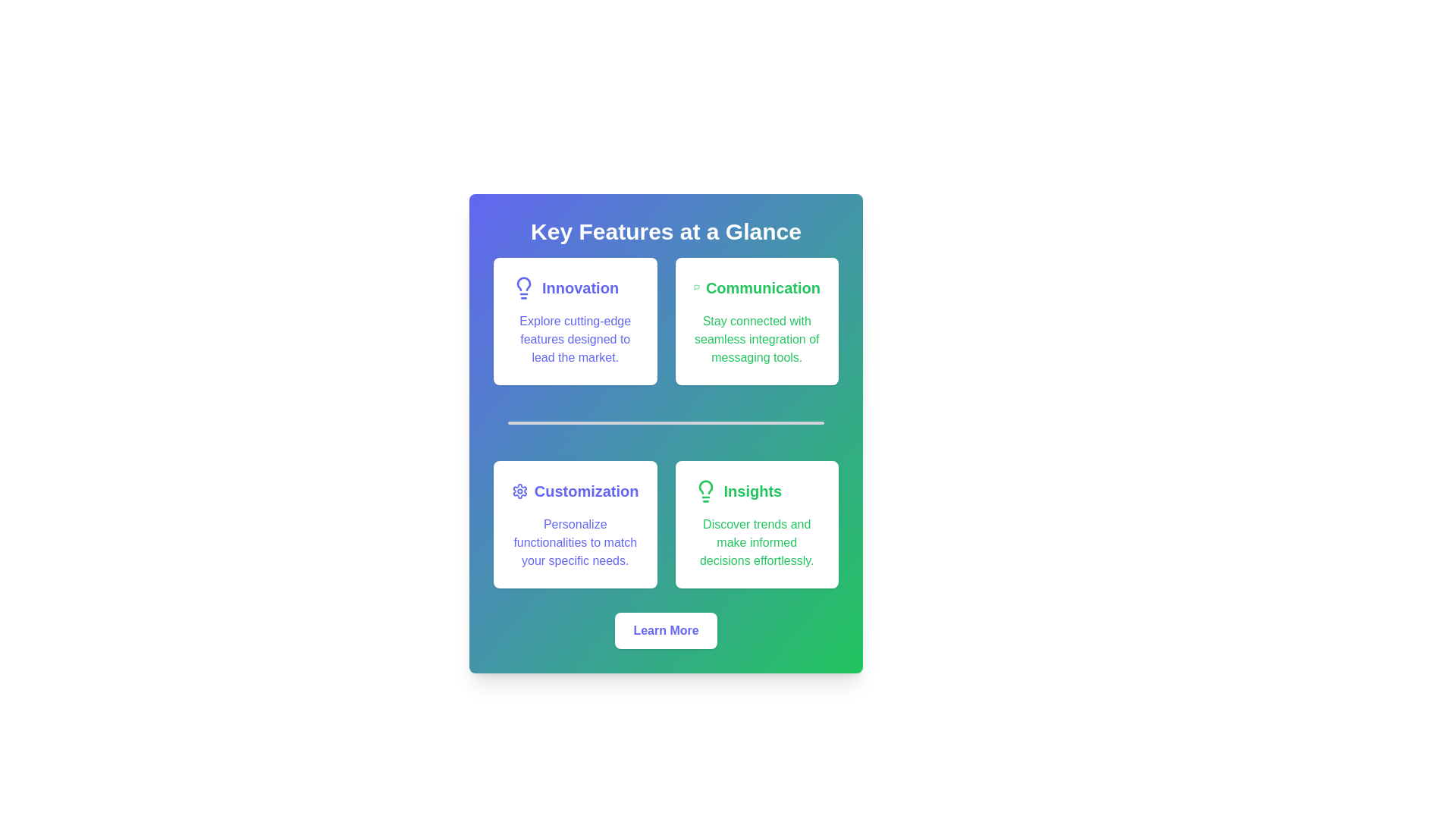  I want to click on the Informational card with a green lightbulb icon and the title 'Insights' located in the bottom-right section of the grid layout, so click(757, 523).